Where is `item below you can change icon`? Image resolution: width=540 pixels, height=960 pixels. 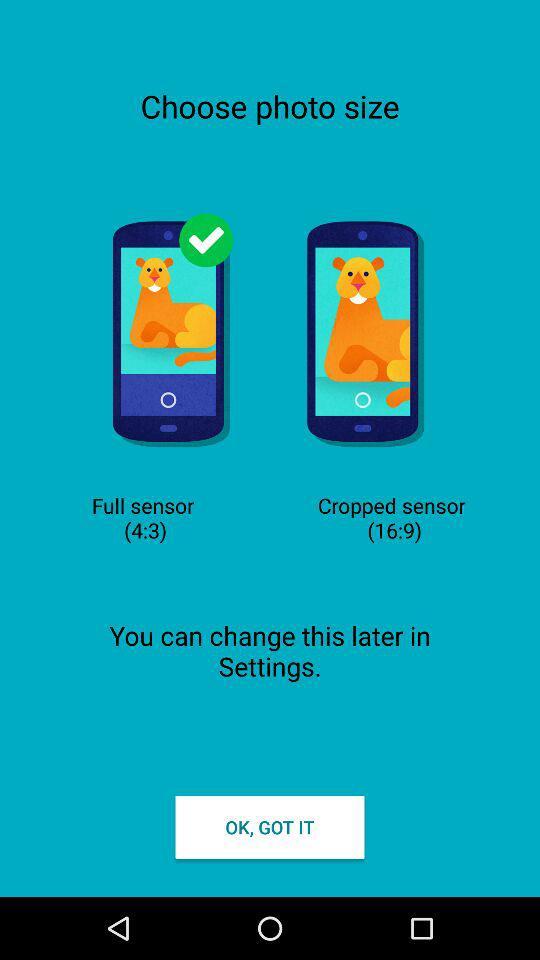 item below you can change icon is located at coordinates (270, 827).